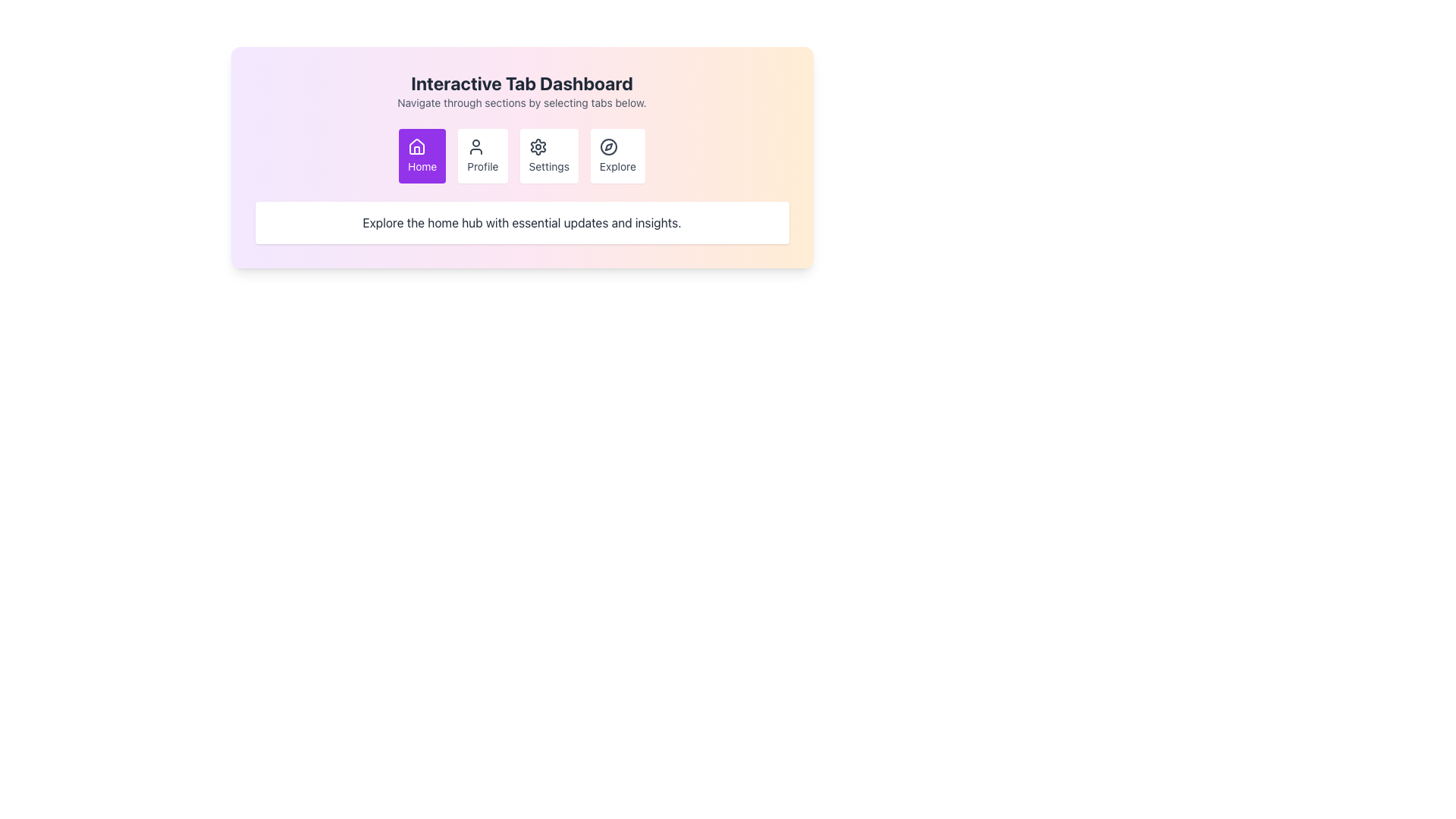  Describe the element at coordinates (618, 155) in the screenshot. I see `the 'Explore' button located in the navigation bar, which is the fourth button from the left` at that location.